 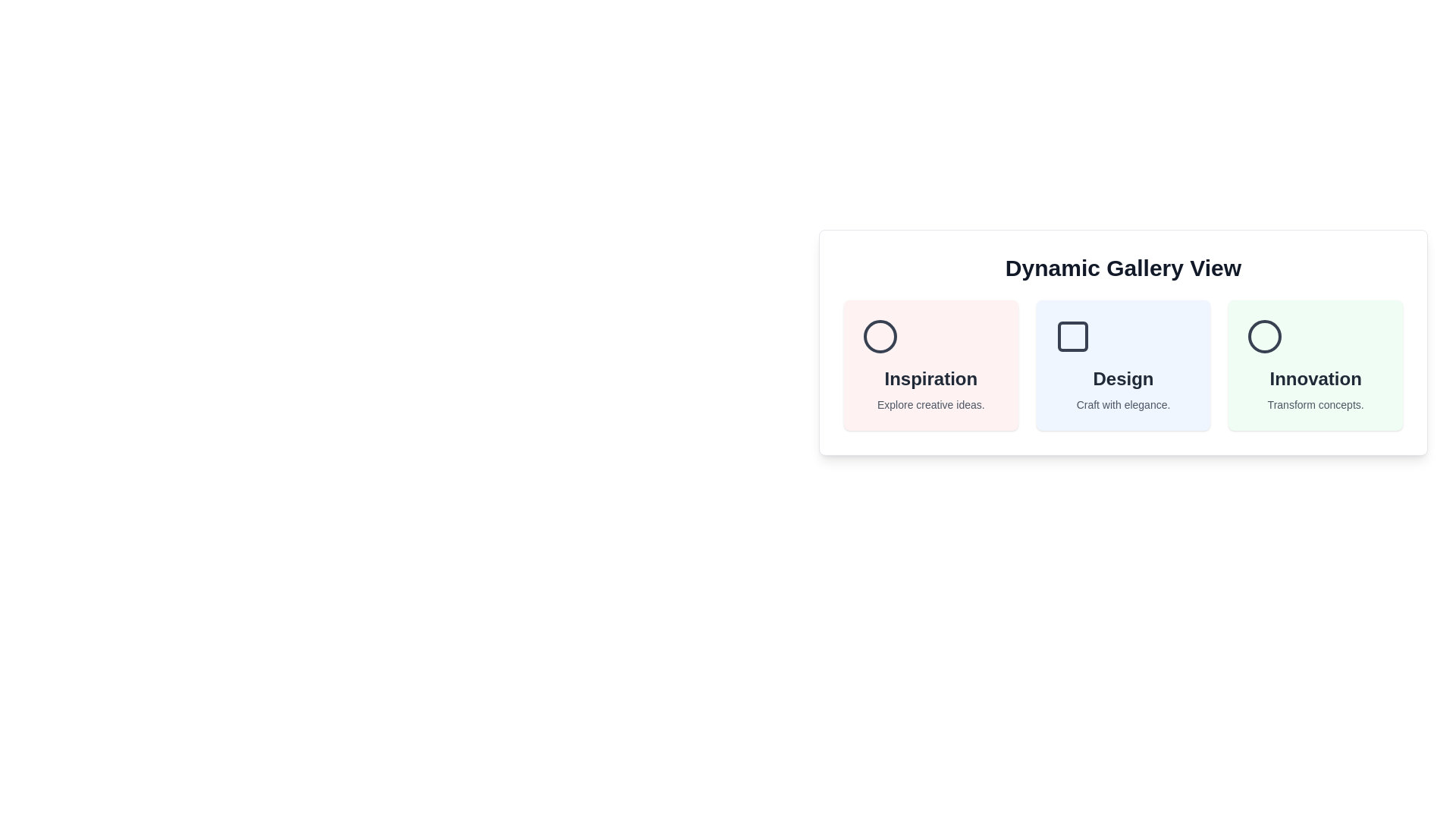 I want to click on icon representing the concept associated with the 'Innovation' card, located at the top-left corner inside the green-themed card labeled 'Innovation' with the subtitle 'Transform concepts.', so click(x=1265, y=335).